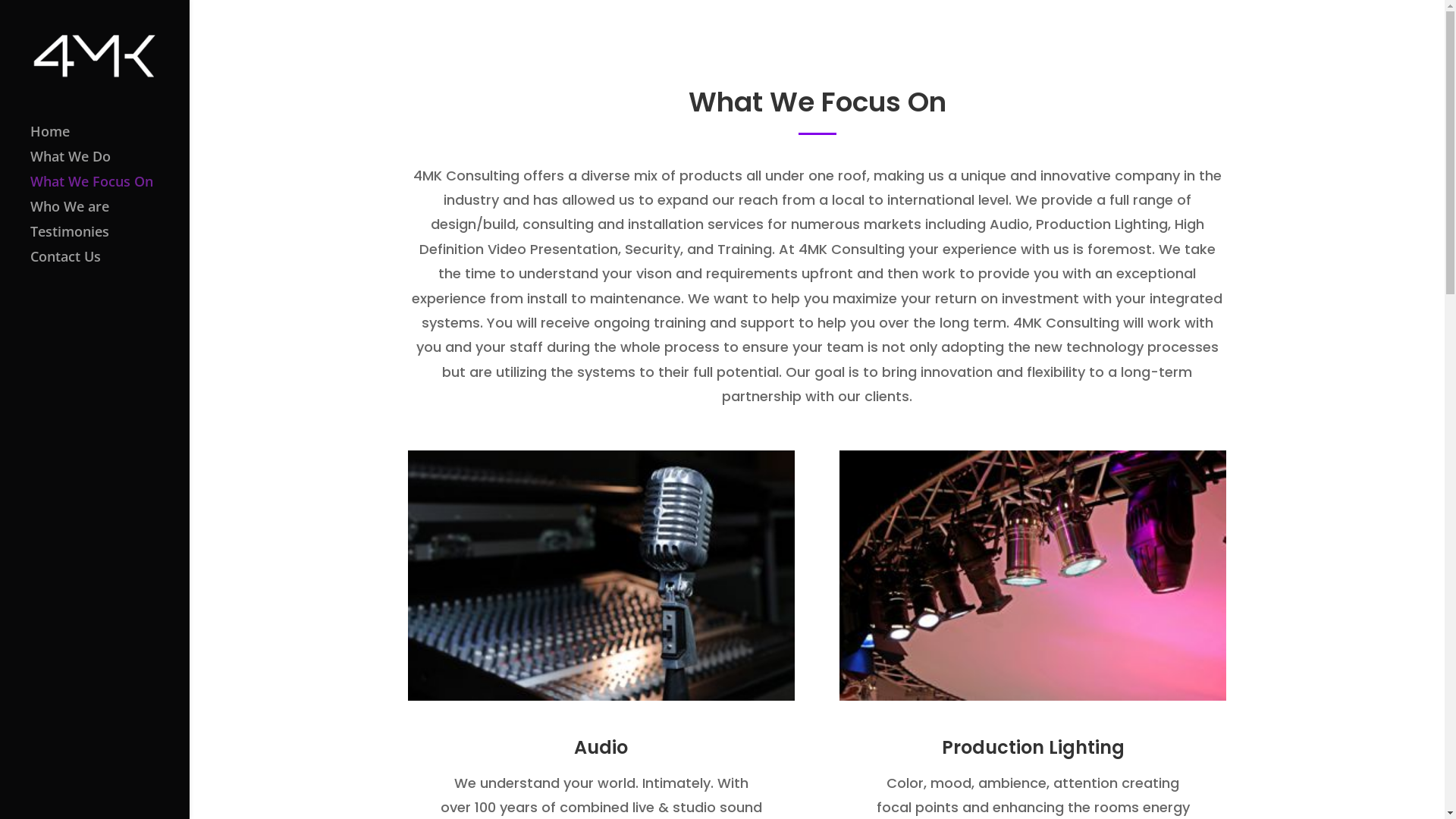  What do you see at coordinates (108, 213) in the screenshot?
I see `'Who We are'` at bounding box center [108, 213].